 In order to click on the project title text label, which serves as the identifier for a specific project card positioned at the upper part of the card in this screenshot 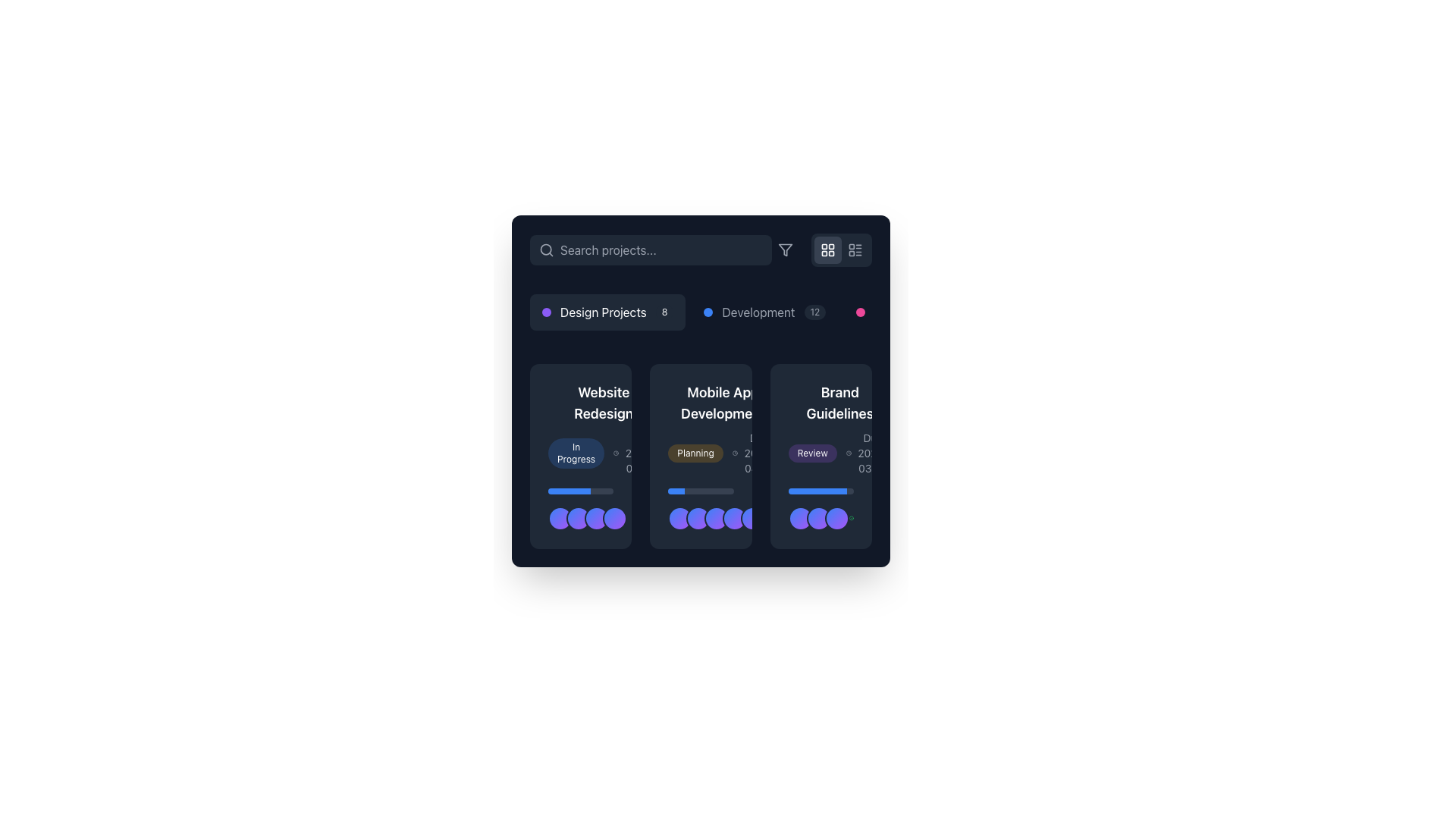, I will do `click(722, 403)`.